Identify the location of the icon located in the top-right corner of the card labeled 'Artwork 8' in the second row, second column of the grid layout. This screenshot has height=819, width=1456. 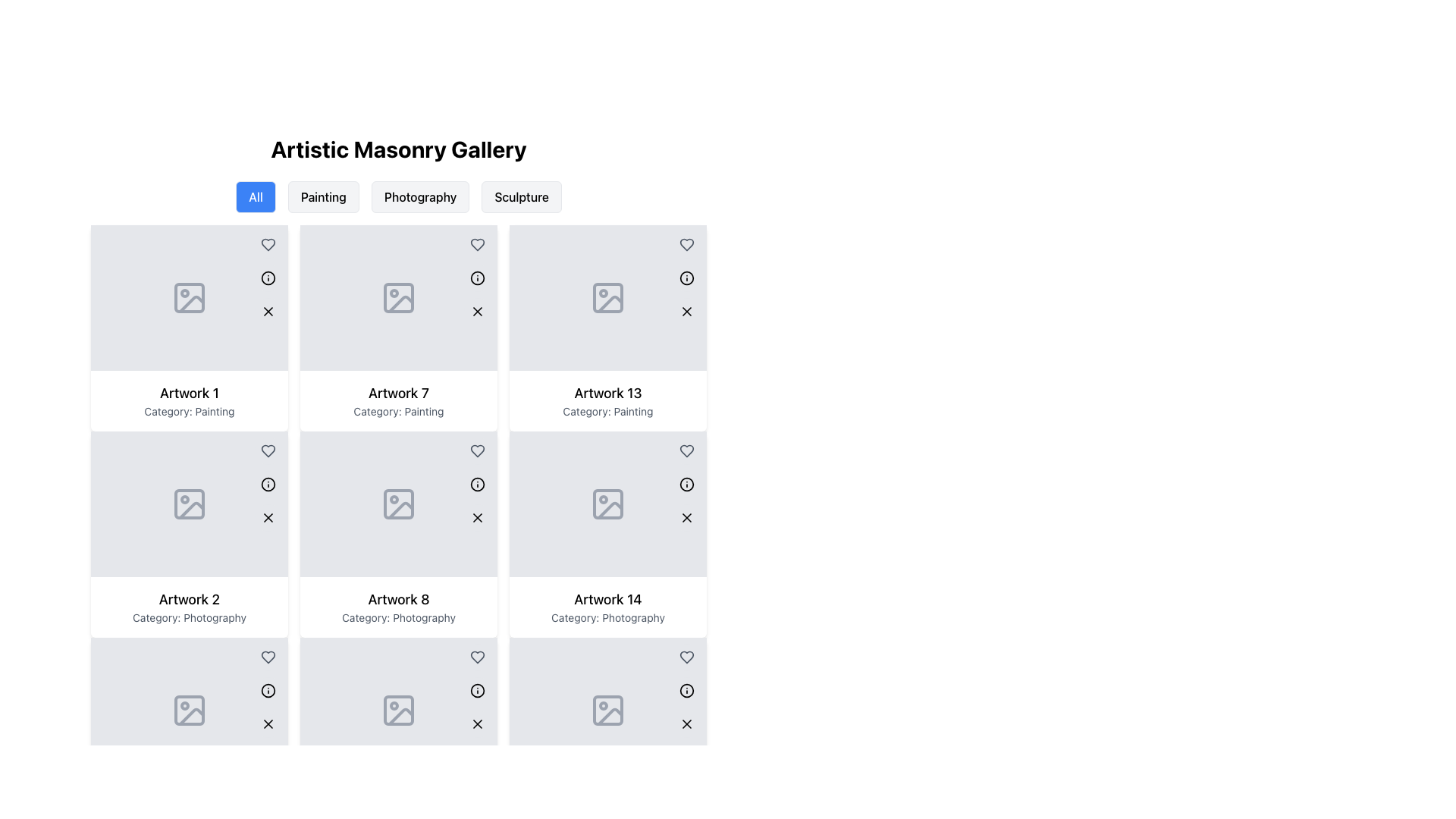
(476, 485).